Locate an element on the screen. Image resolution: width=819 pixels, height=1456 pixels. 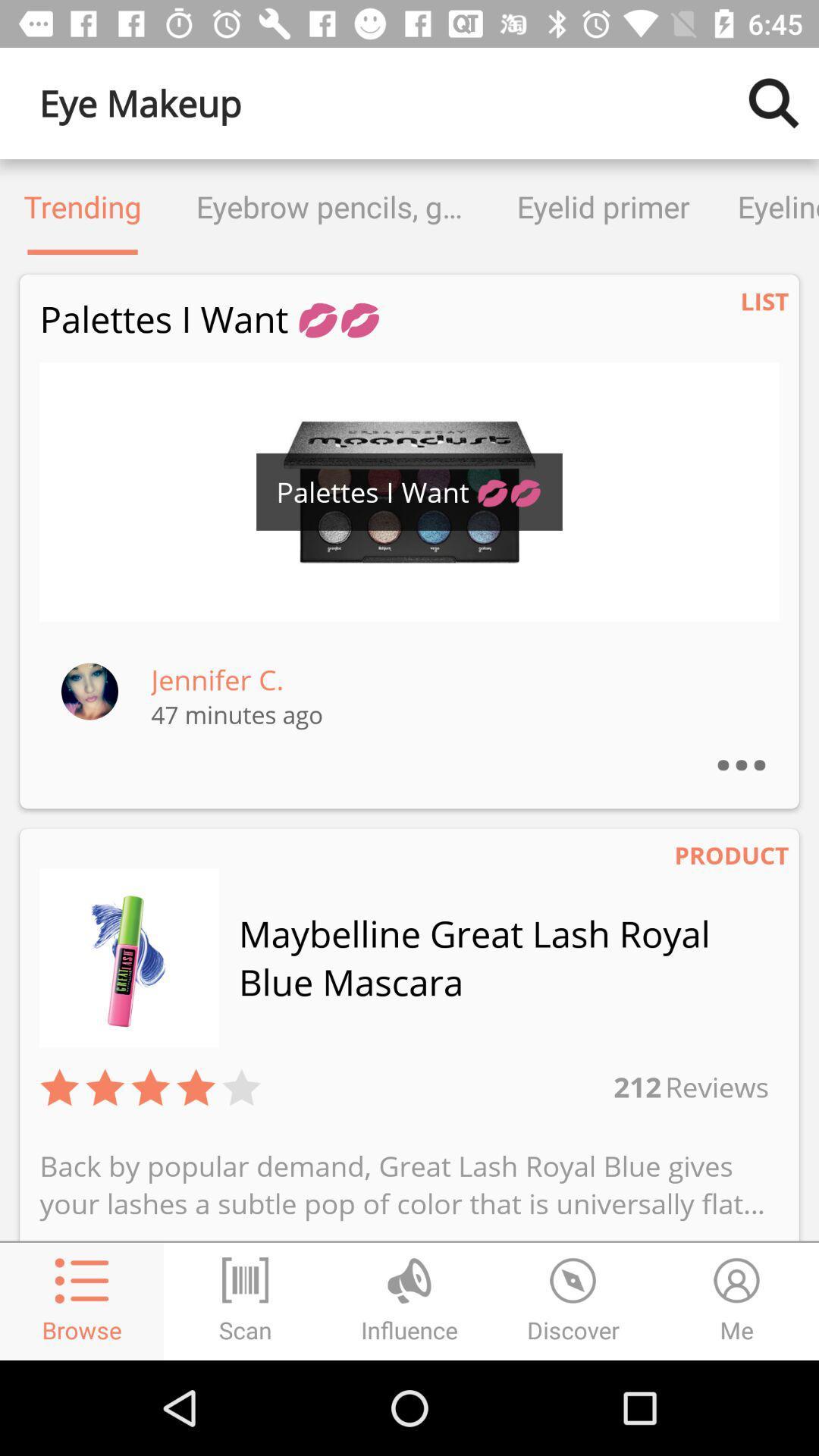
the item next to the jennifer c. is located at coordinates (89, 690).